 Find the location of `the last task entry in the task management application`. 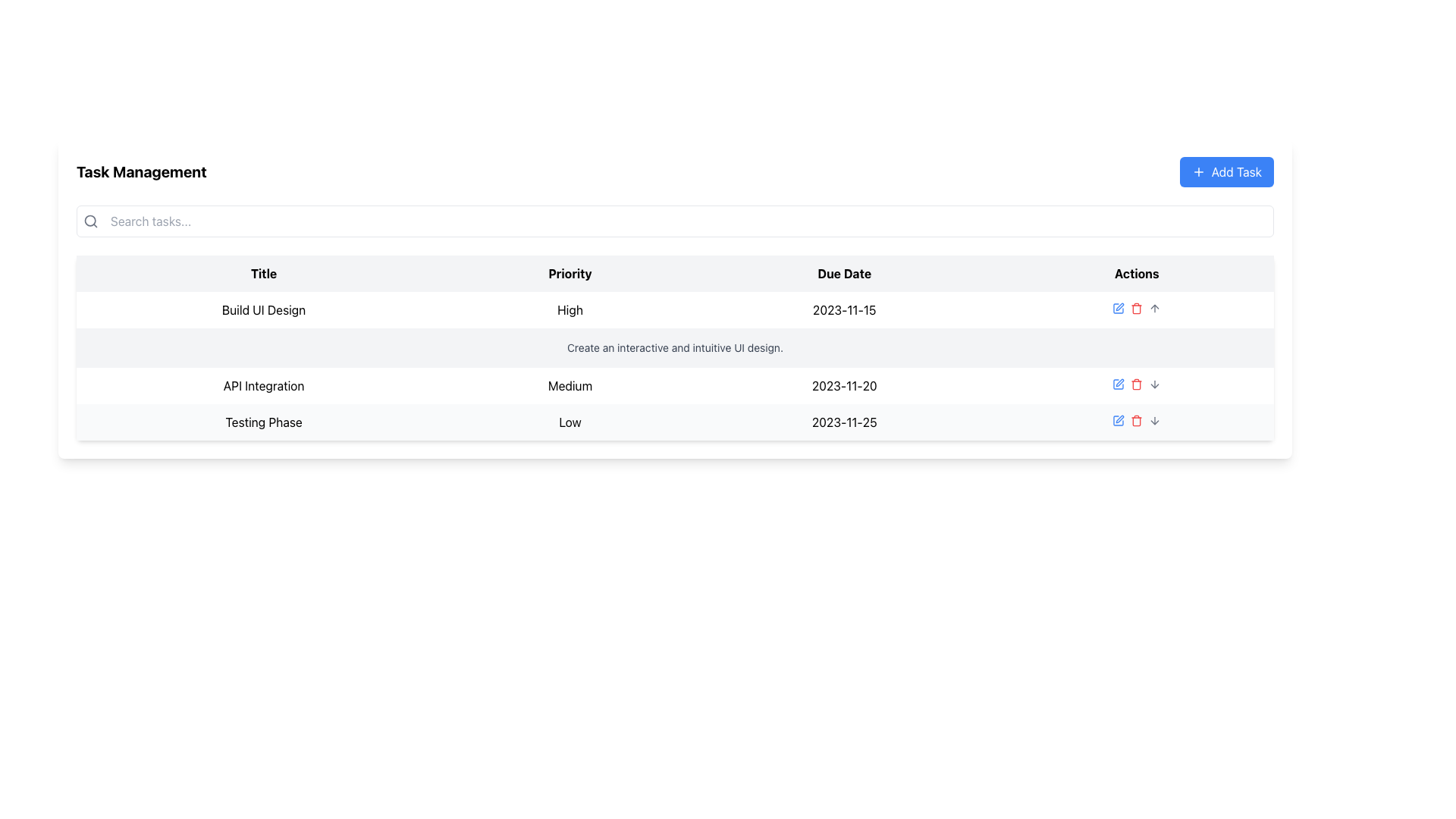

the last task entry in the task management application is located at coordinates (674, 422).